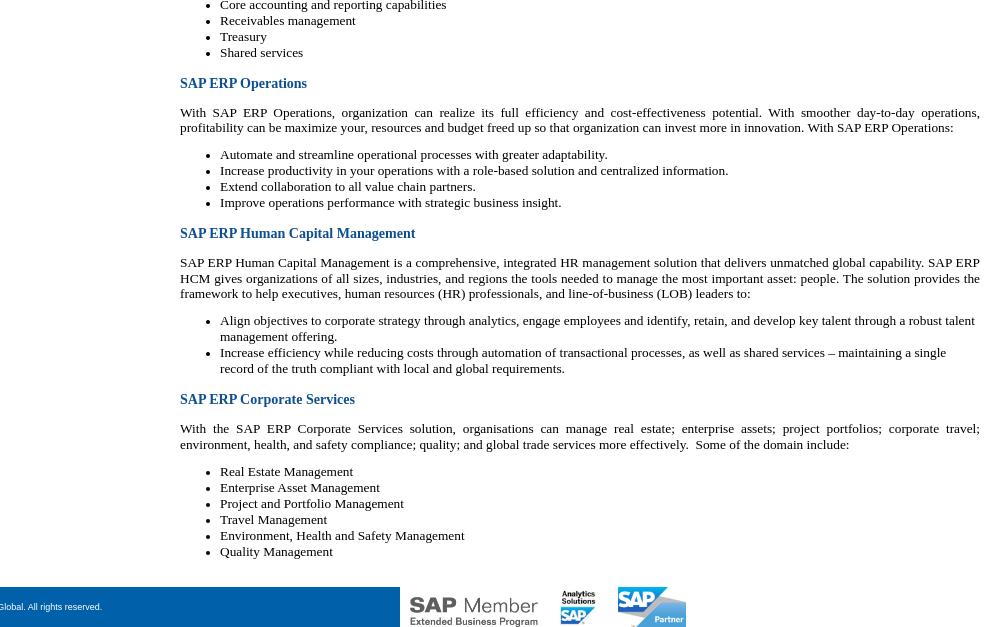  I want to click on 'Enterprise Asset
     Management', so click(299, 487).